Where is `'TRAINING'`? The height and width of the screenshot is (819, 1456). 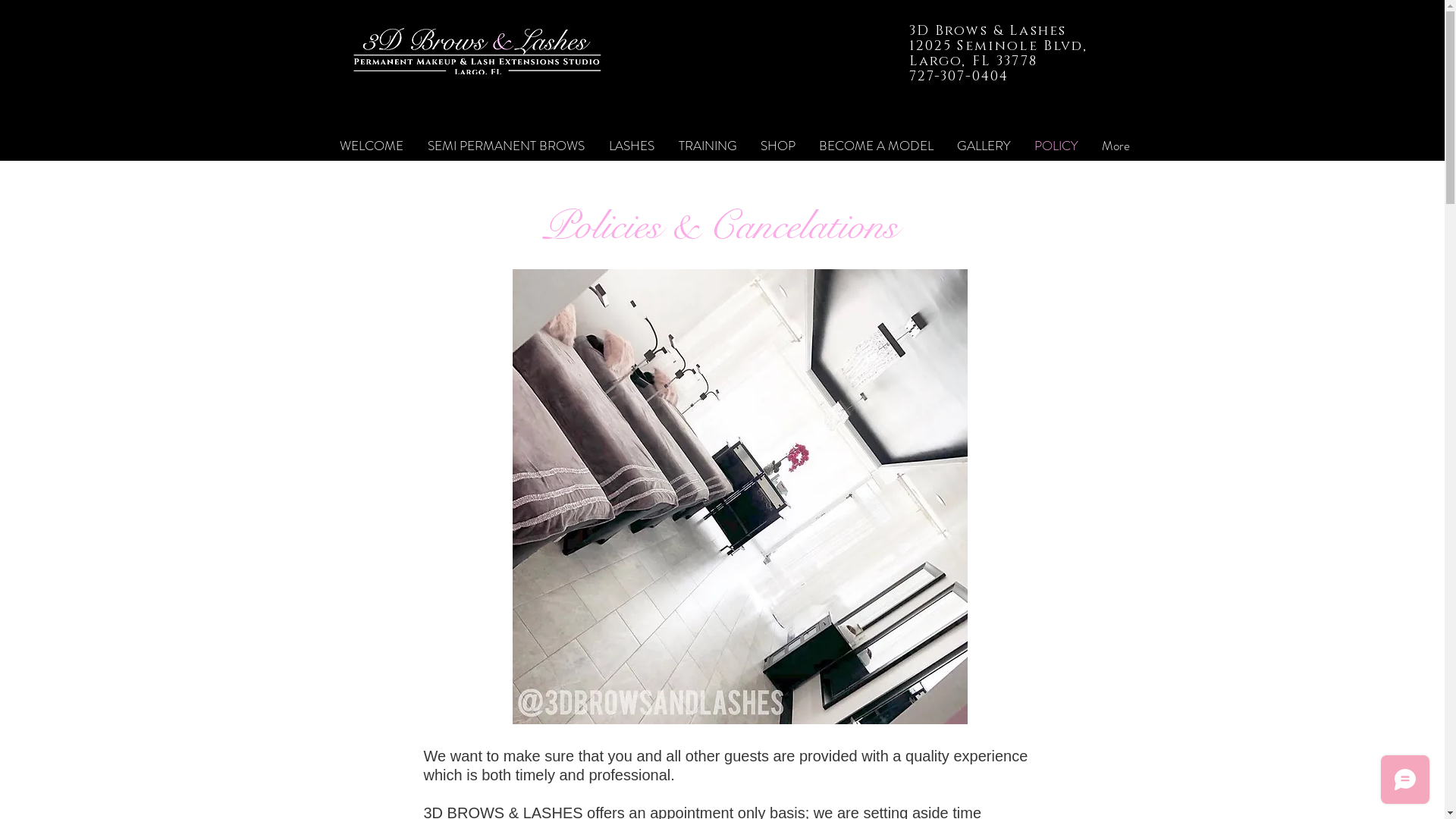
'TRAINING' is located at coordinates (666, 146).